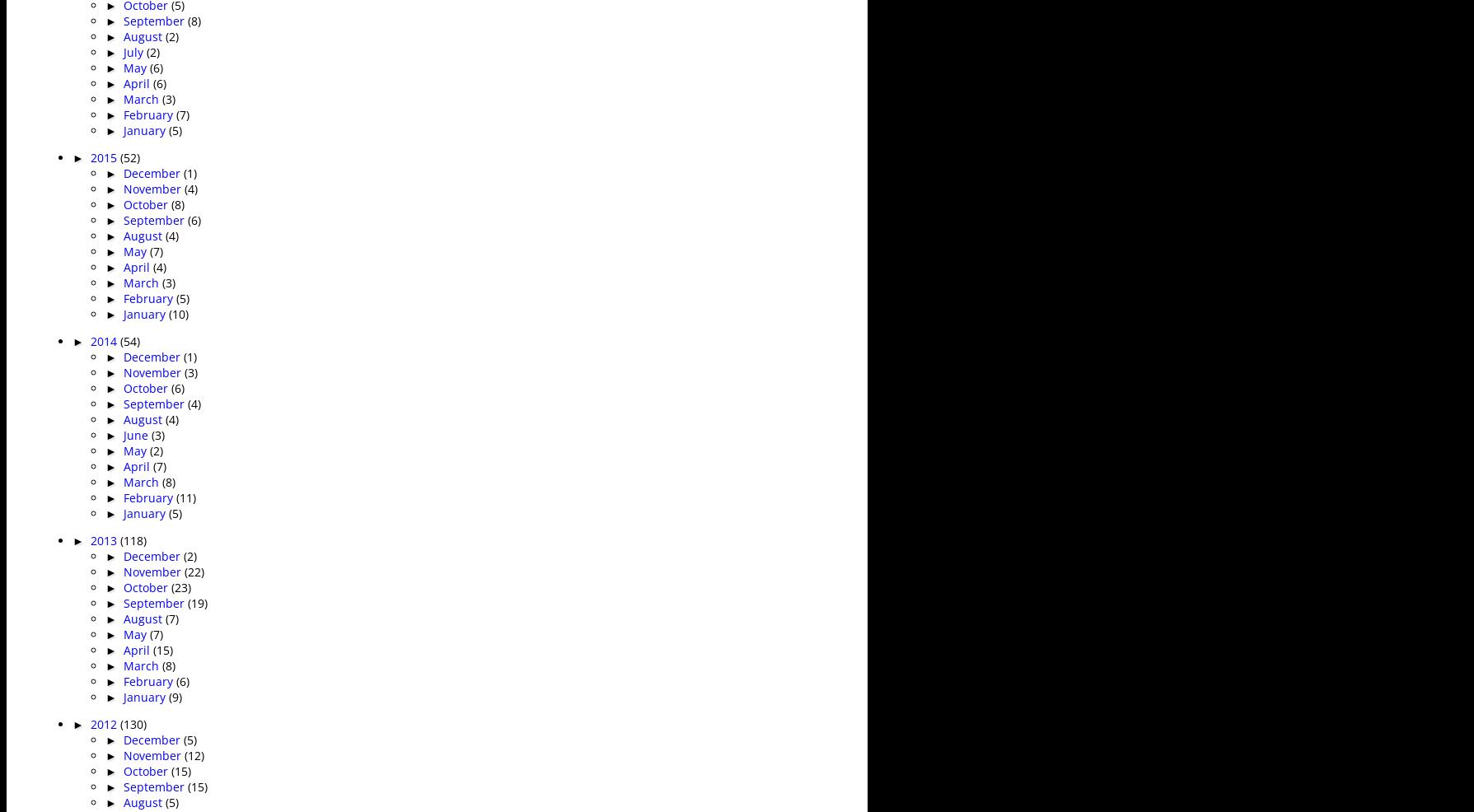  Describe the element at coordinates (180, 586) in the screenshot. I see `'(23)'` at that location.